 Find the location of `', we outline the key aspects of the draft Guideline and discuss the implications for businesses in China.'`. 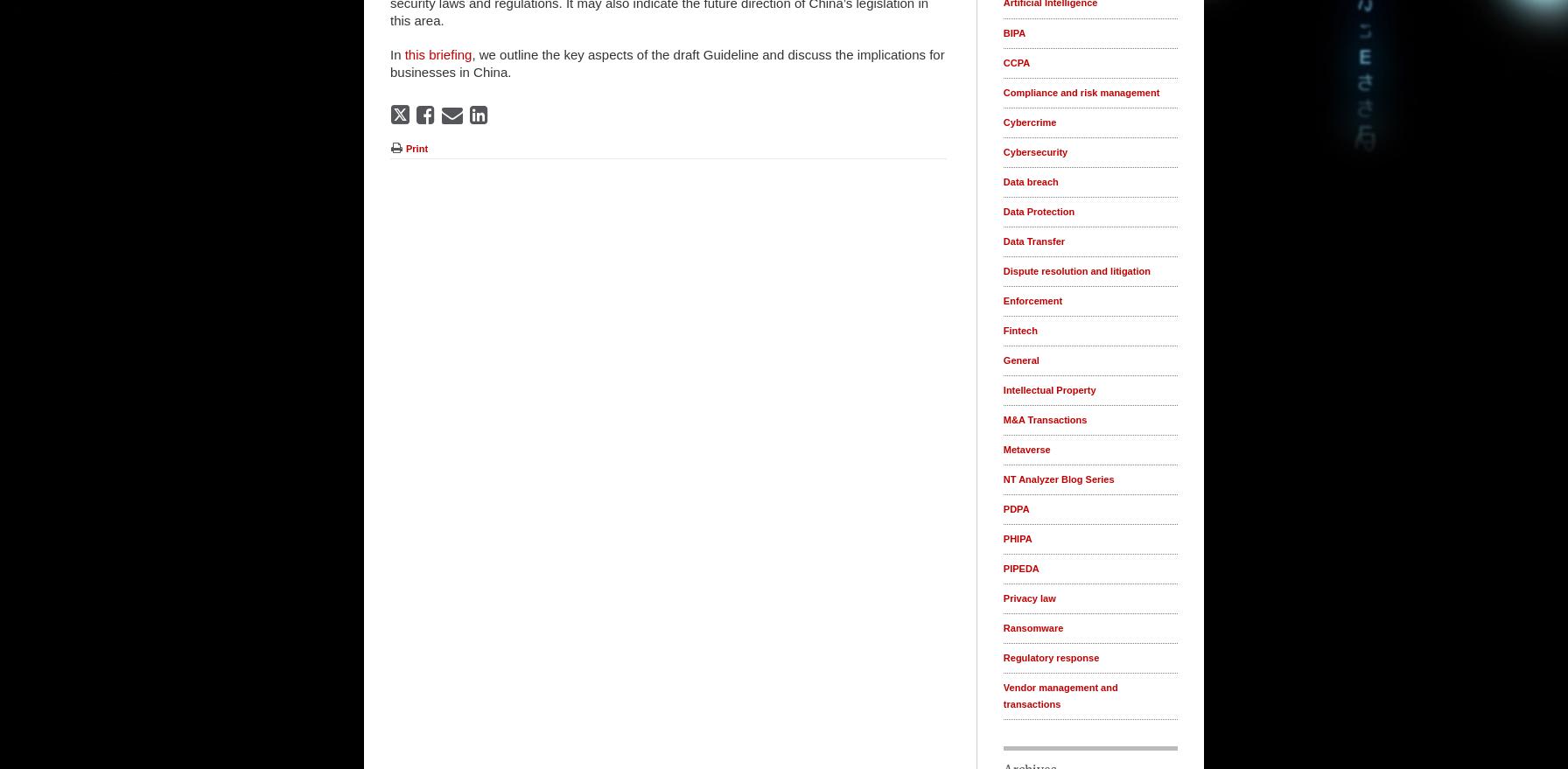

', we outline the key aspects of the draft Guideline and discuss the implications for businesses in China.' is located at coordinates (667, 62).